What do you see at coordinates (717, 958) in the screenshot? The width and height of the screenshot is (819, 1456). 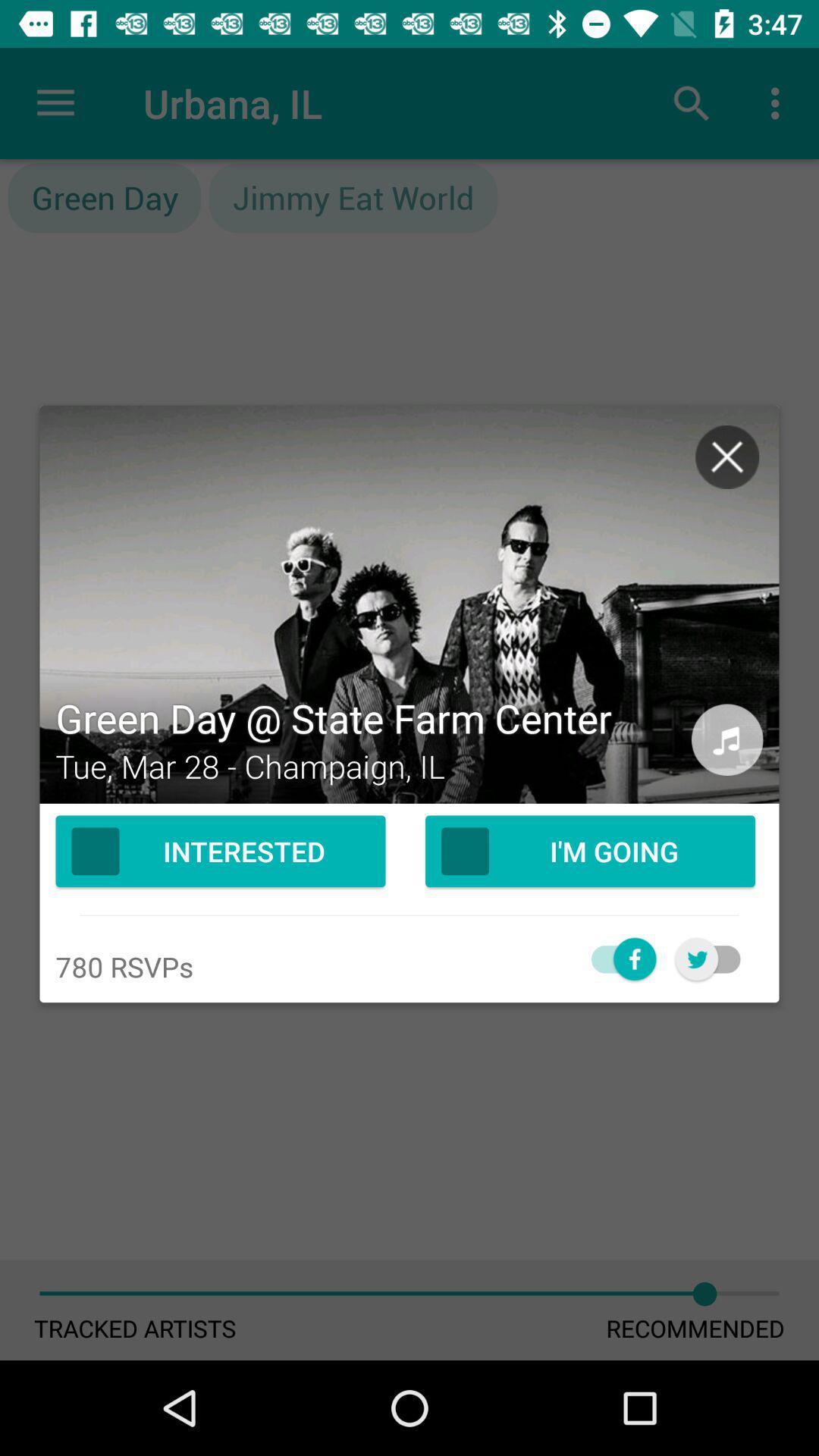 I see `share to twitter` at bounding box center [717, 958].